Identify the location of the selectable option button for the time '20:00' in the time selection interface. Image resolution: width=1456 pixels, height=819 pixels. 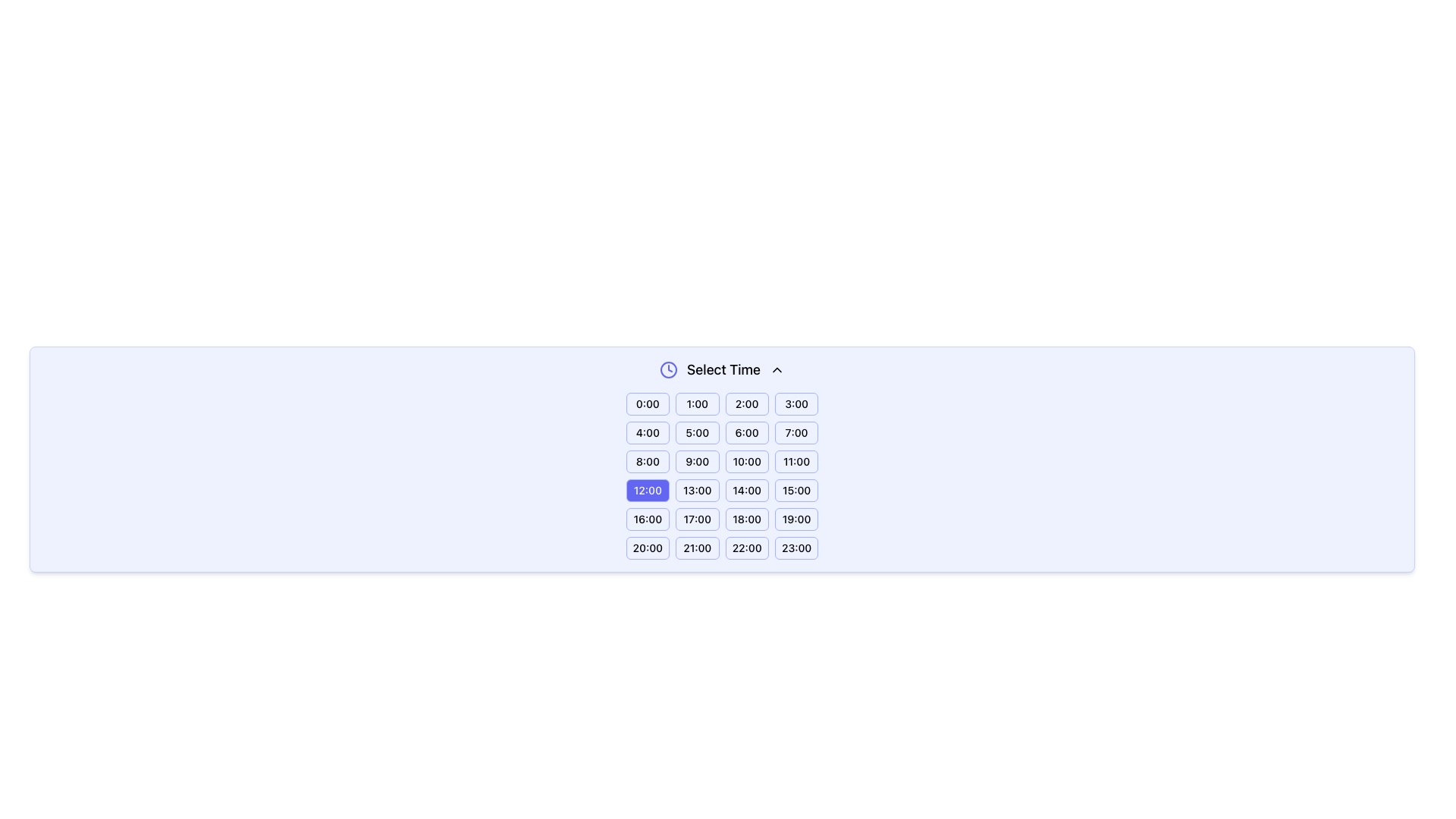
(648, 548).